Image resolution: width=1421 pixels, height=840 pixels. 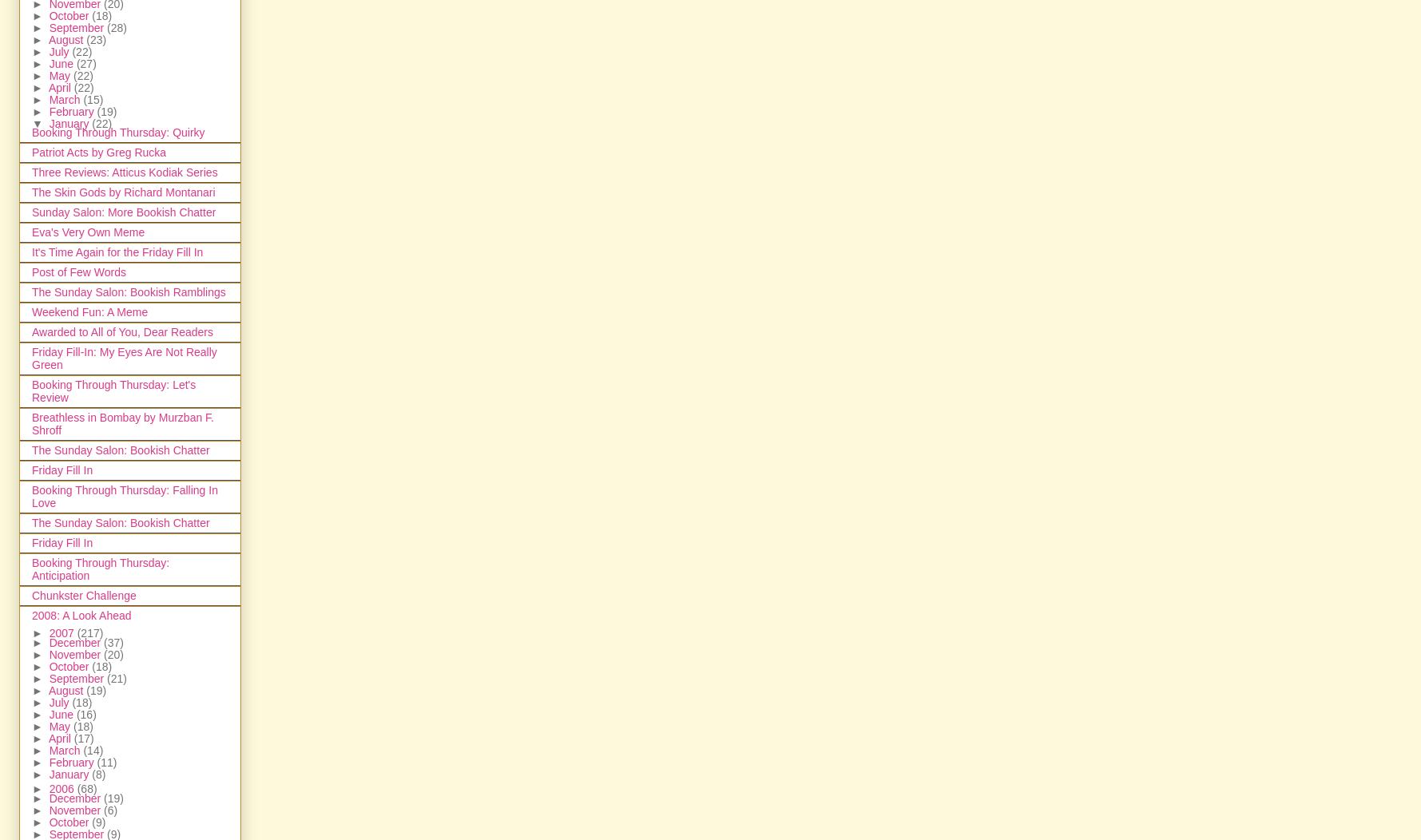 I want to click on 'The Sunday Salon: Bookish Chatter', so click(x=121, y=522).